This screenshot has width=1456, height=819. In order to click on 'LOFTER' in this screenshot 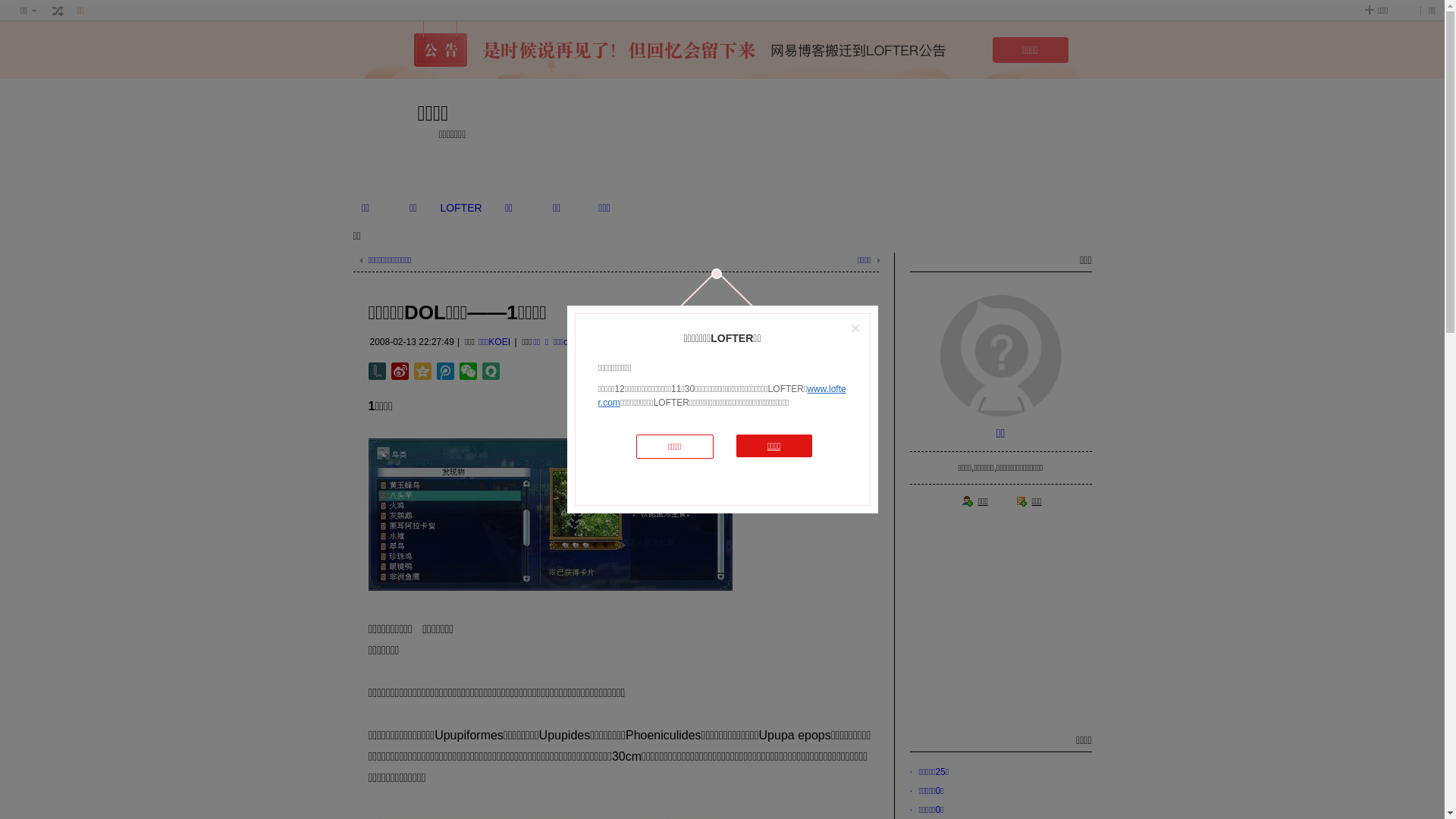, I will do `click(460, 207)`.